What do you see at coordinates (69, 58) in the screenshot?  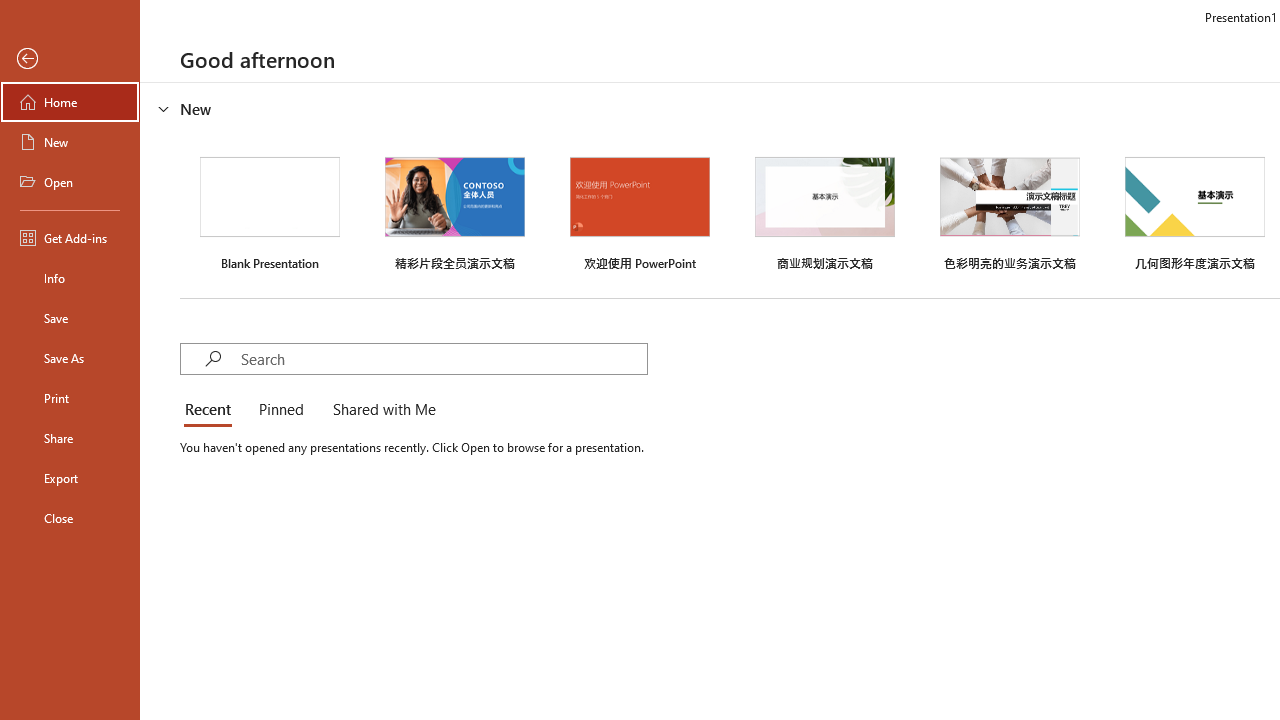 I see `'Back'` at bounding box center [69, 58].